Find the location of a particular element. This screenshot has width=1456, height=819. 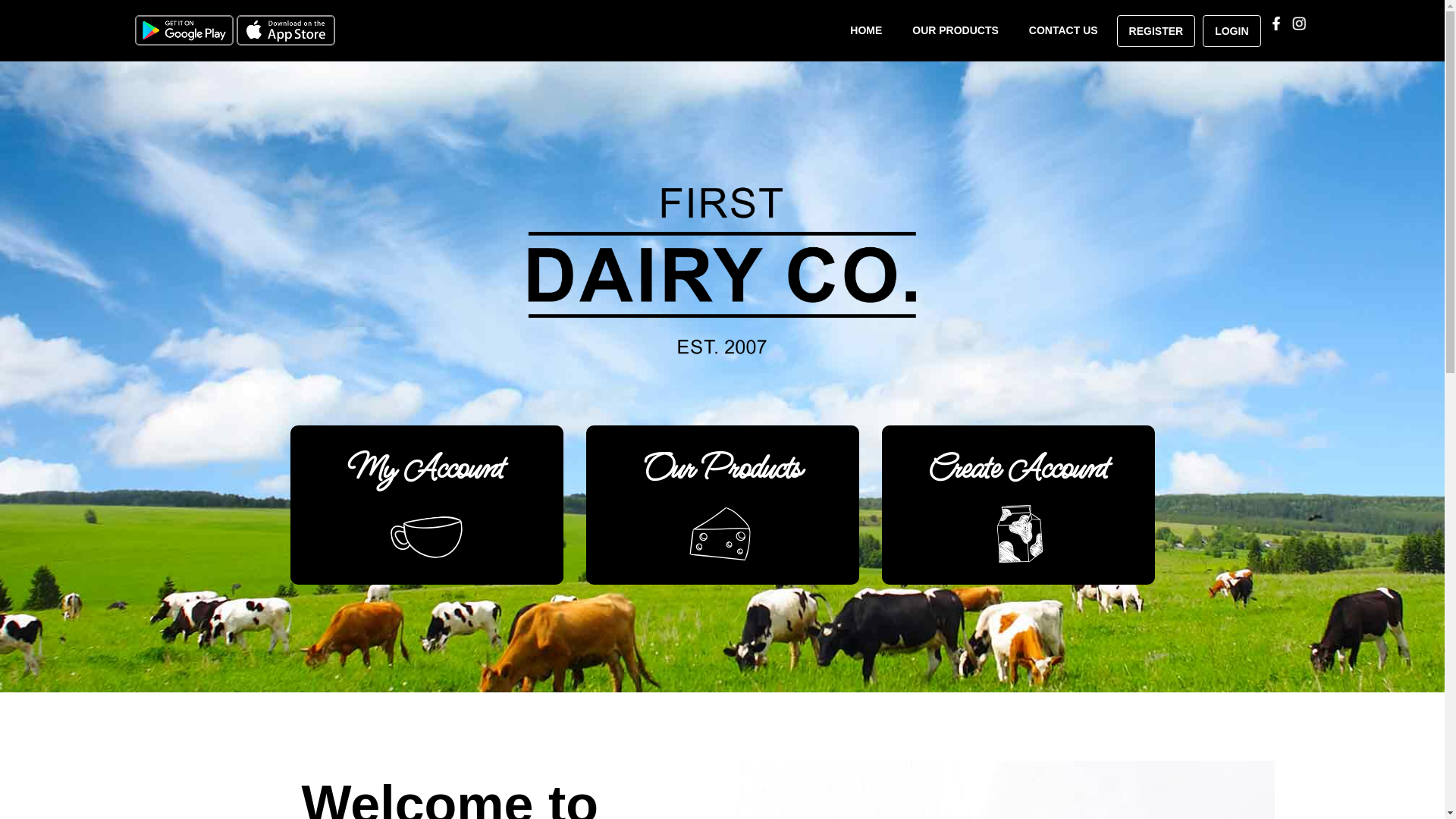

'CONTACT US' is located at coordinates (1062, 30).